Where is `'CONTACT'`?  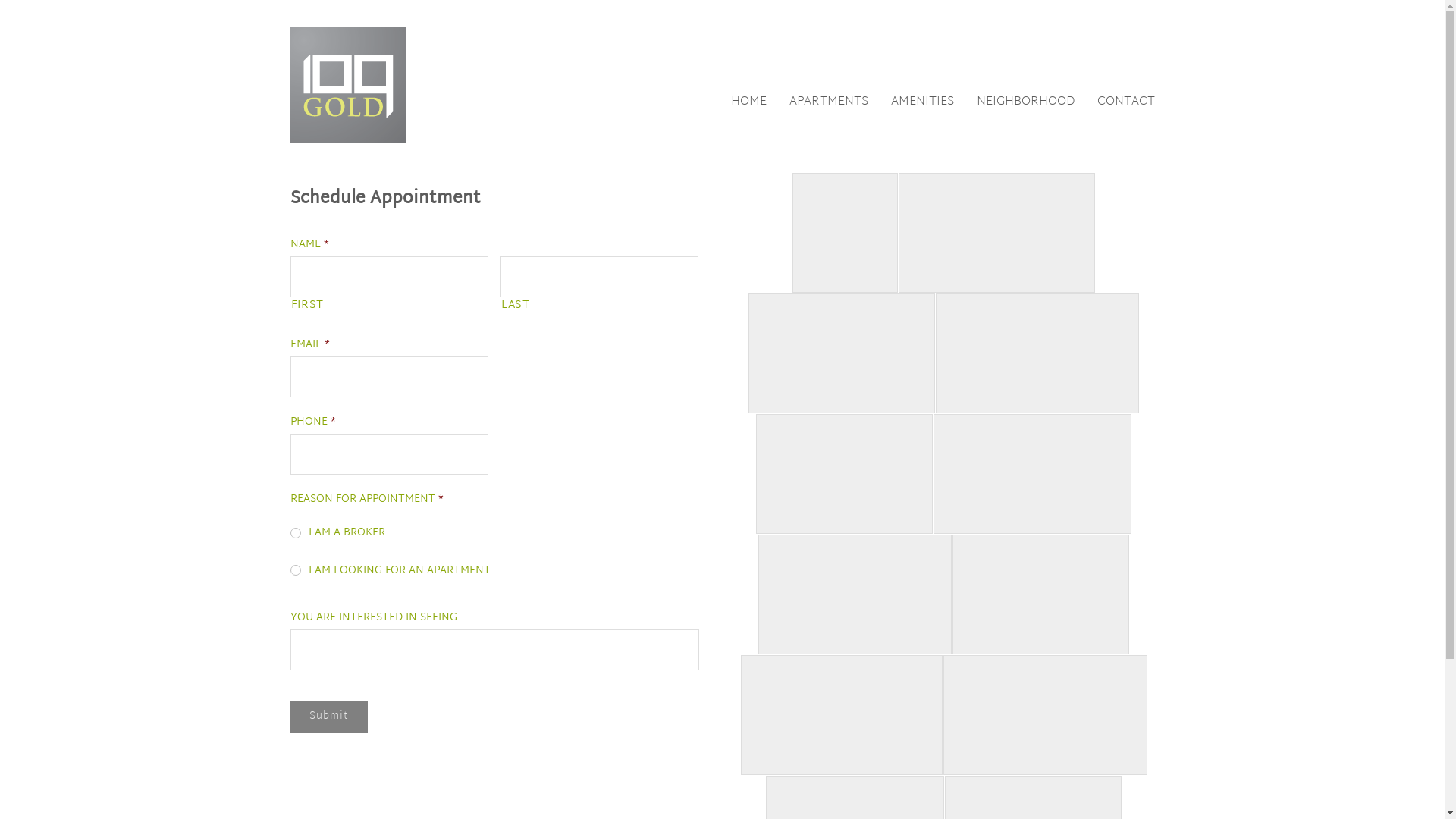
'CONTACT' is located at coordinates (1125, 102).